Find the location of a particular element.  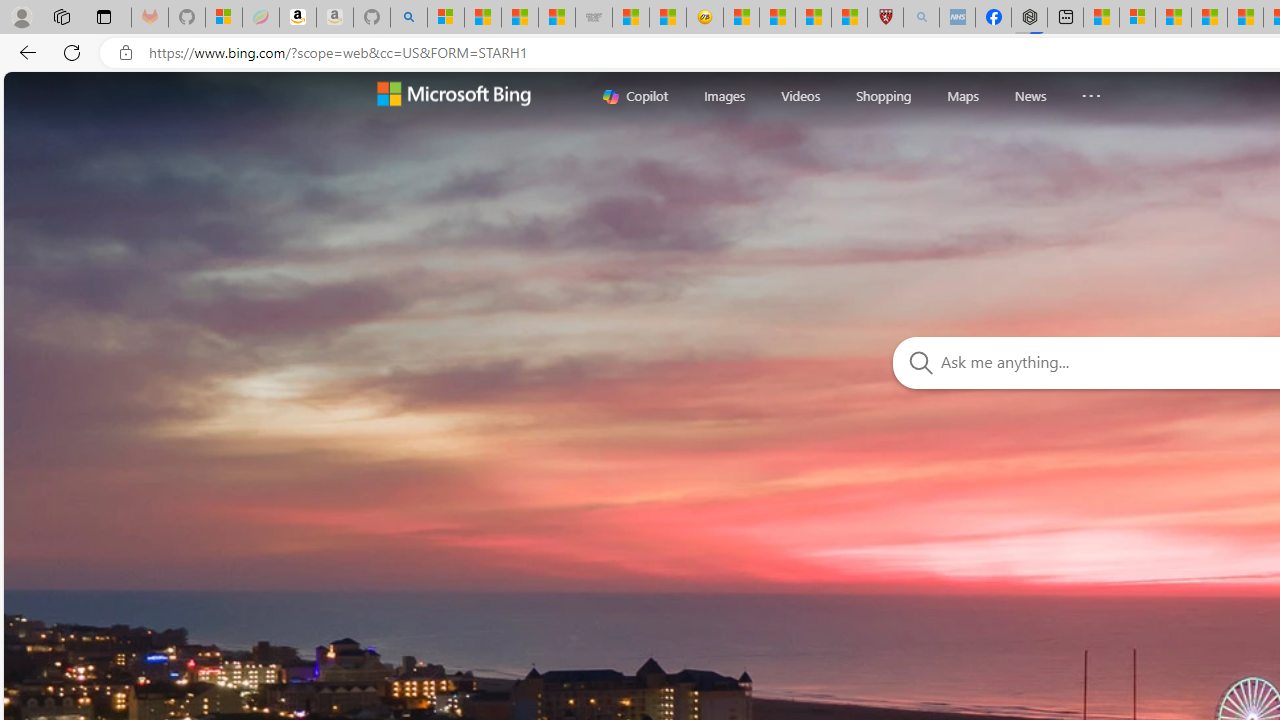

'Welcome to Bing Search' is located at coordinates (452, 96).